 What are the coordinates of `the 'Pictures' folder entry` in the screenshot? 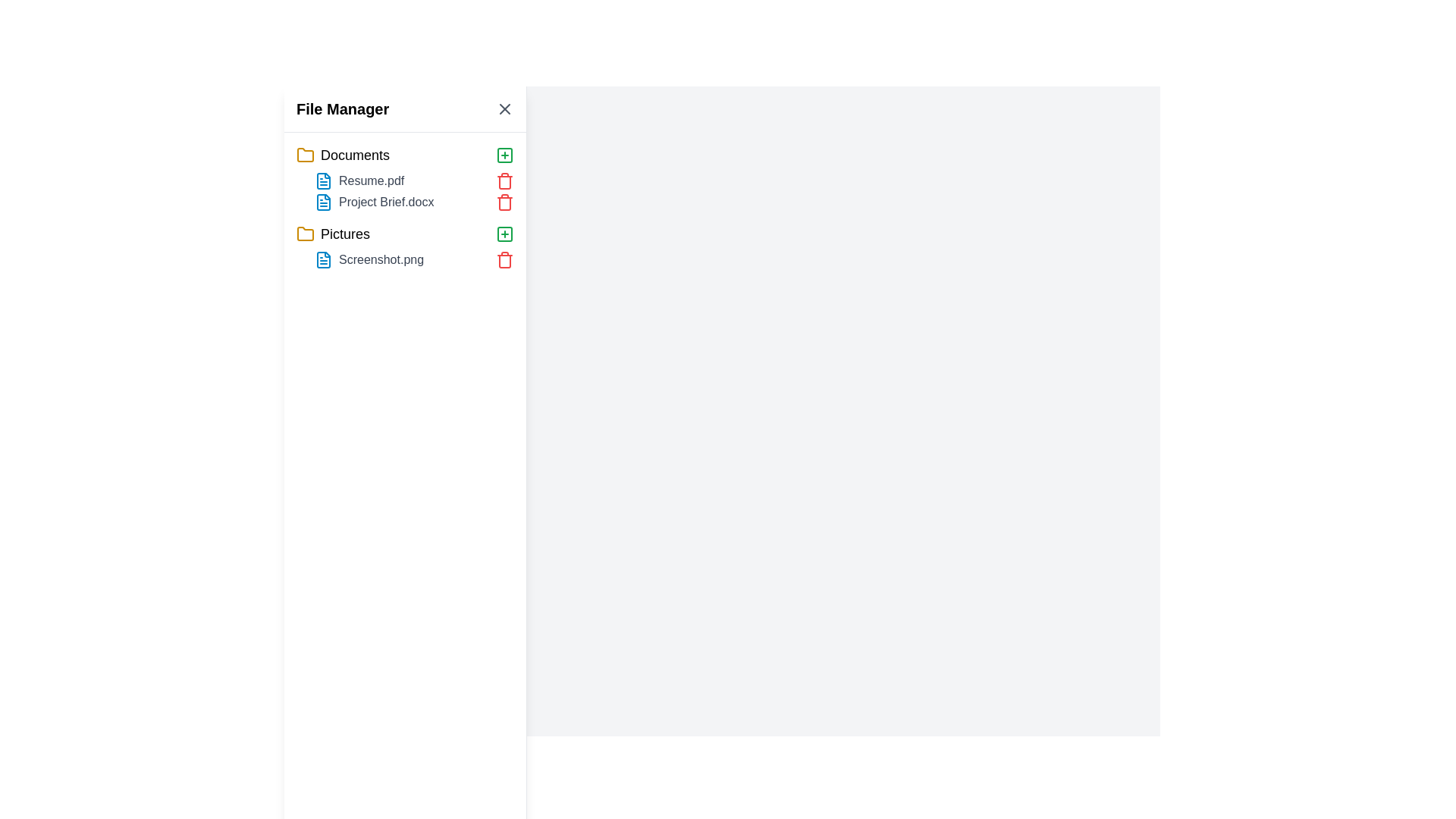 It's located at (405, 234).